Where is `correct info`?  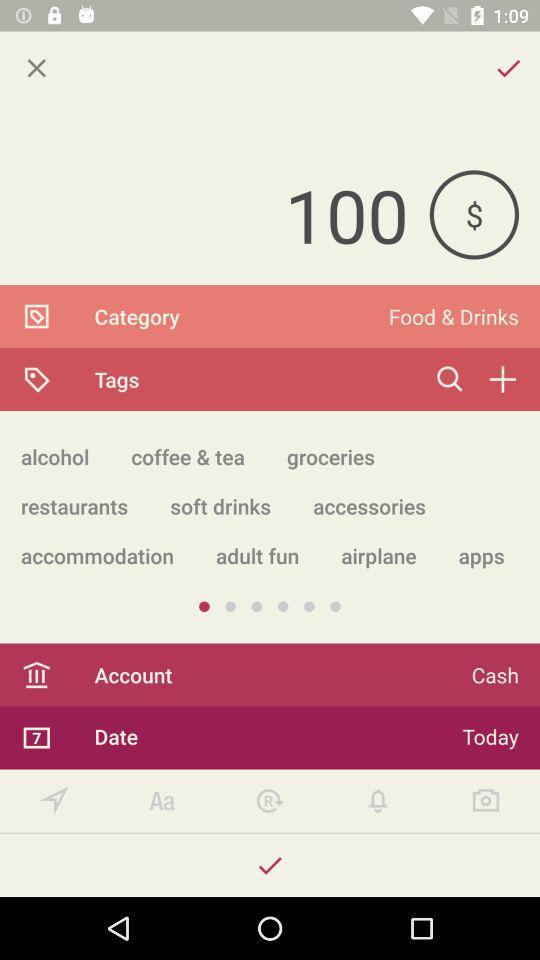
correct info is located at coordinates (270, 864).